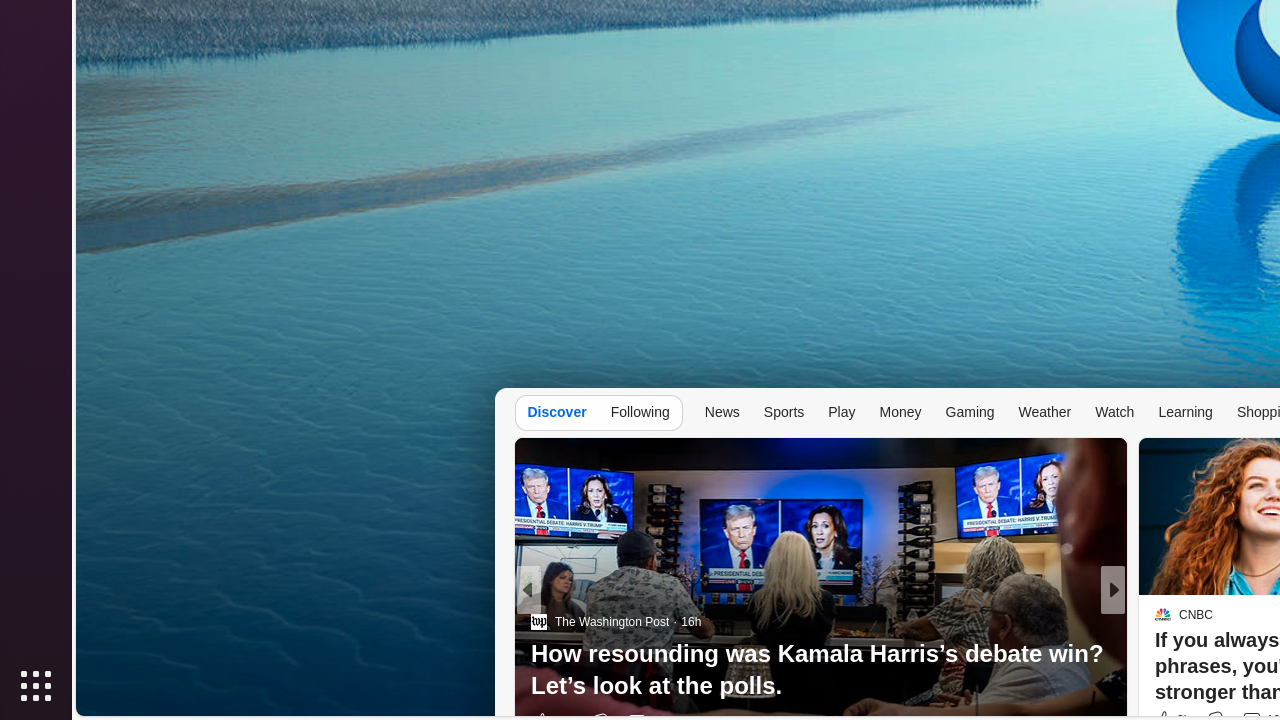 Image resolution: width=1280 pixels, height=720 pixels. I want to click on 'Weather', so click(1043, 410).